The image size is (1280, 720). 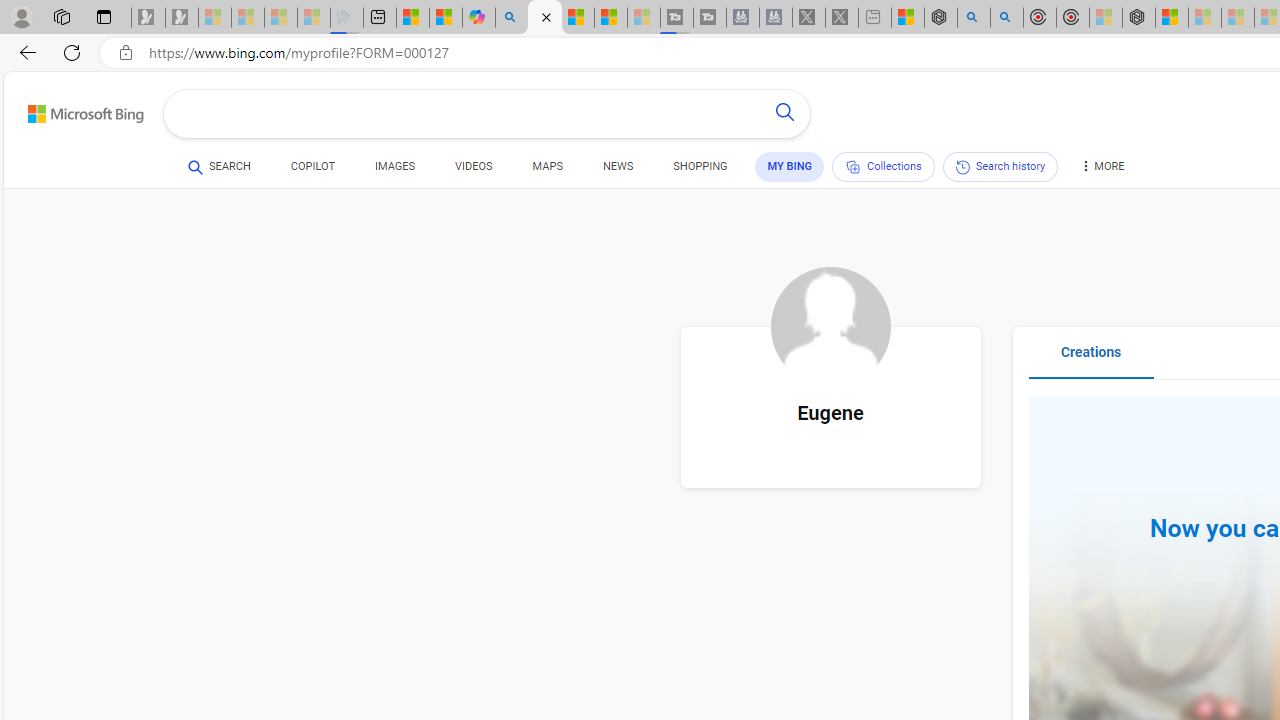 What do you see at coordinates (617, 168) in the screenshot?
I see `'NEWS'` at bounding box center [617, 168].